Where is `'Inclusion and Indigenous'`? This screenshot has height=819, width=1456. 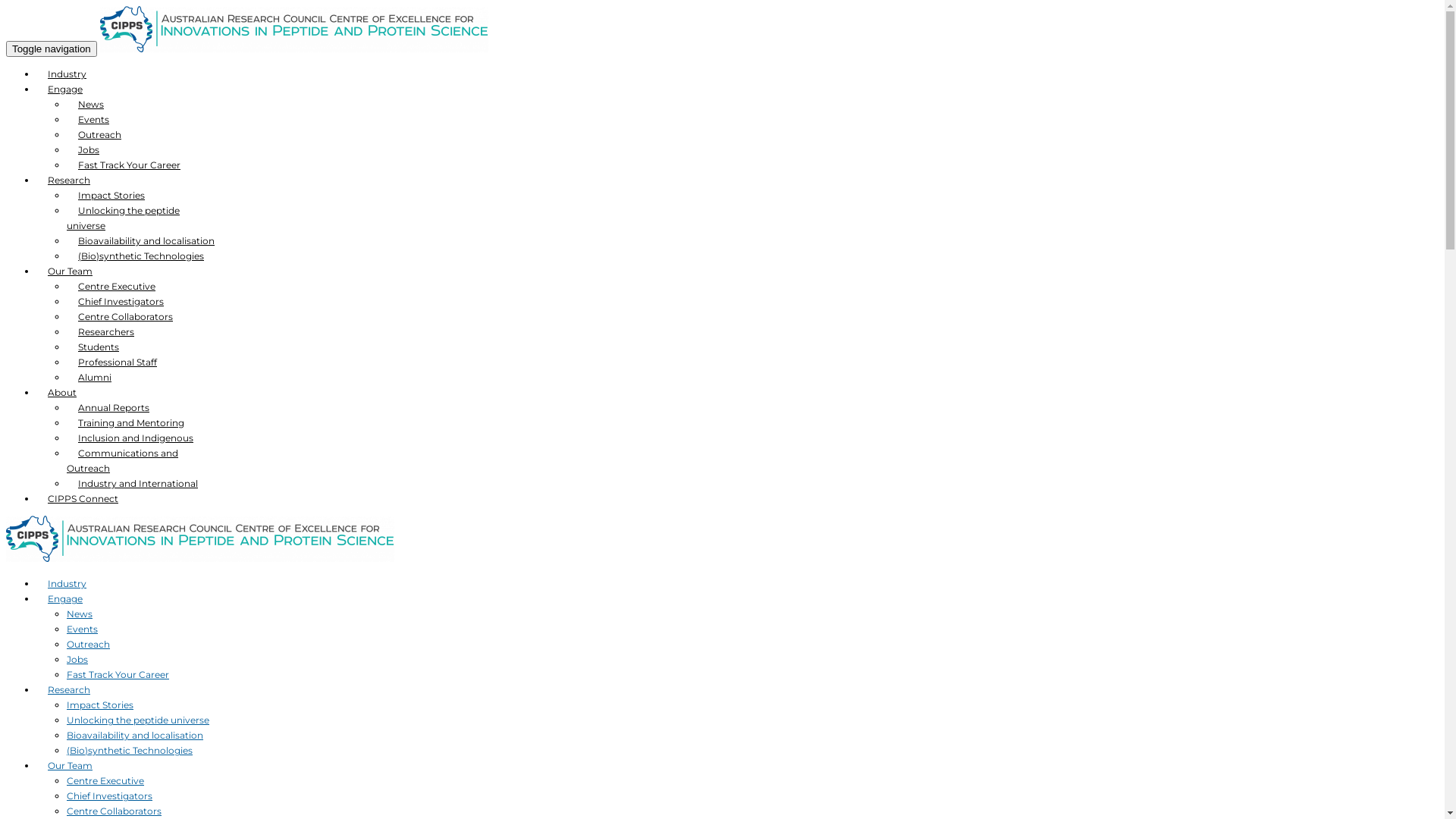
'Inclusion and Indigenous' is located at coordinates (135, 438).